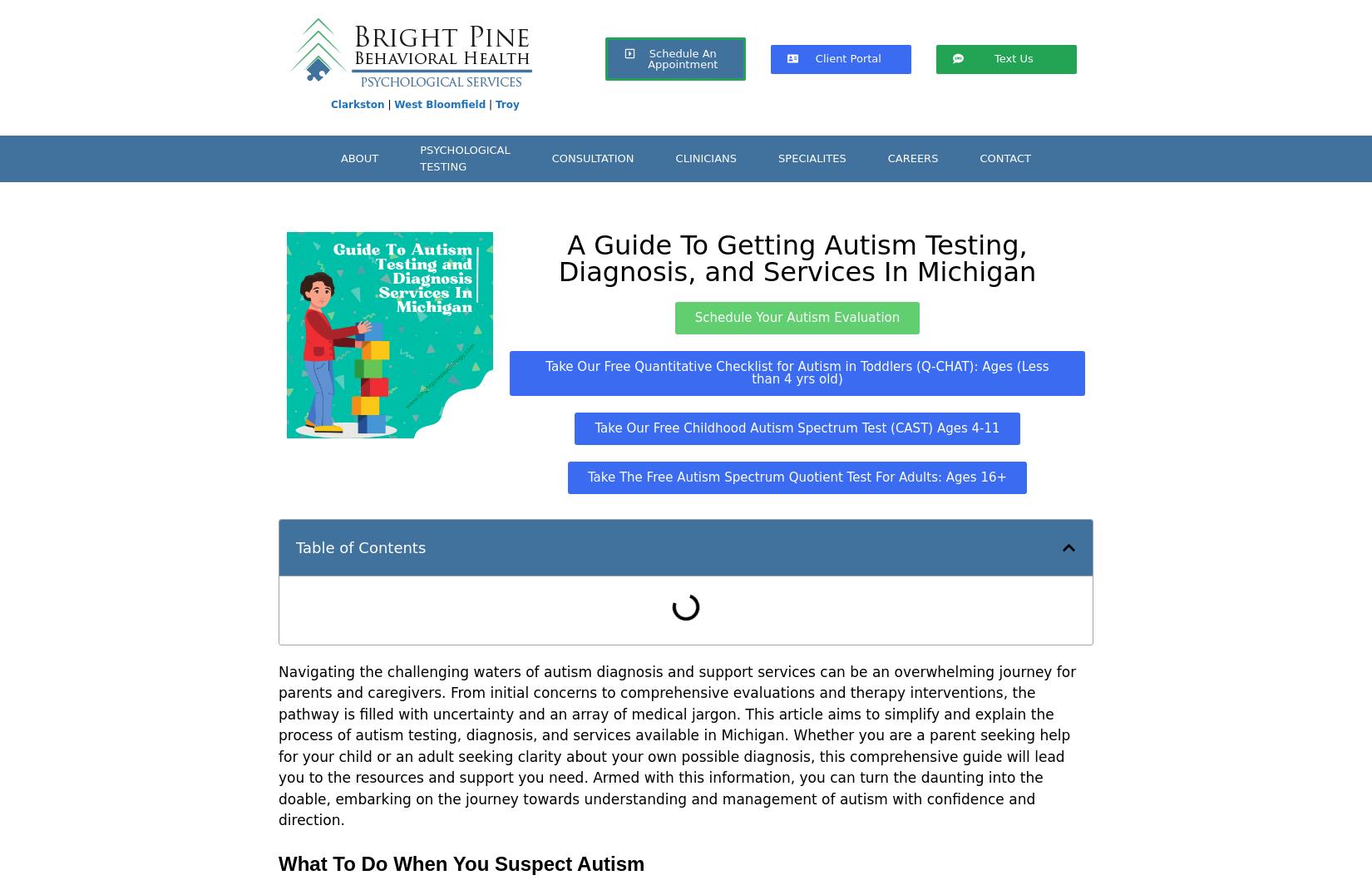 This screenshot has height=895, width=1372. Describe the element at coordinates (591, 157) in the screenshot. I see `'CONSULTATION'` at that location.